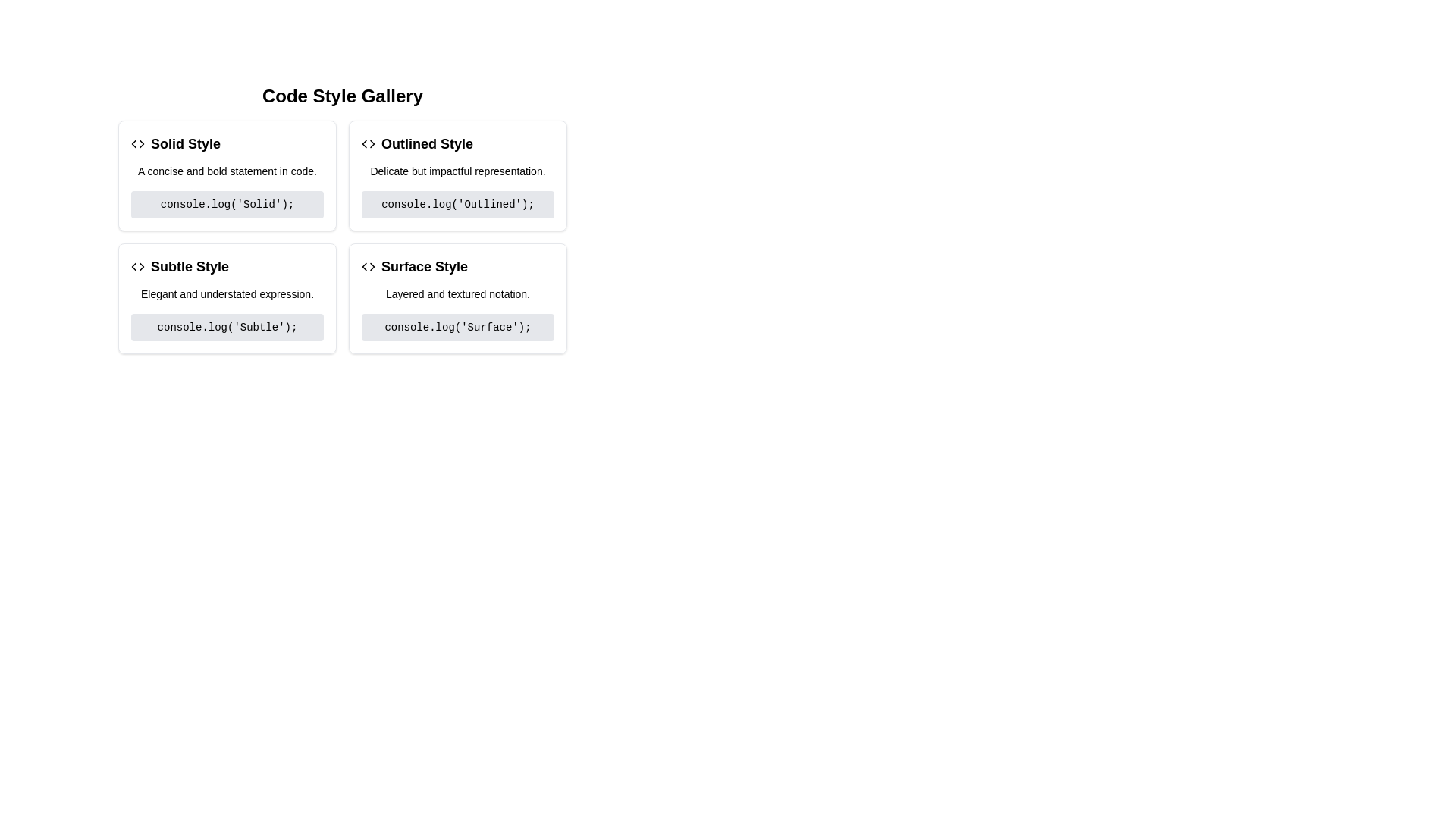 This screenshot has width=1456, height=819. What do you see at coordinates (142, 143) in the screenshot?
I see `the triangular-shaped vector graphic element that forms part of the SVG icon, specifically the right-pointing arrow within a left-right pairing, located to the left of the 'Solid Style' label text` at bounding box center [142, 143].